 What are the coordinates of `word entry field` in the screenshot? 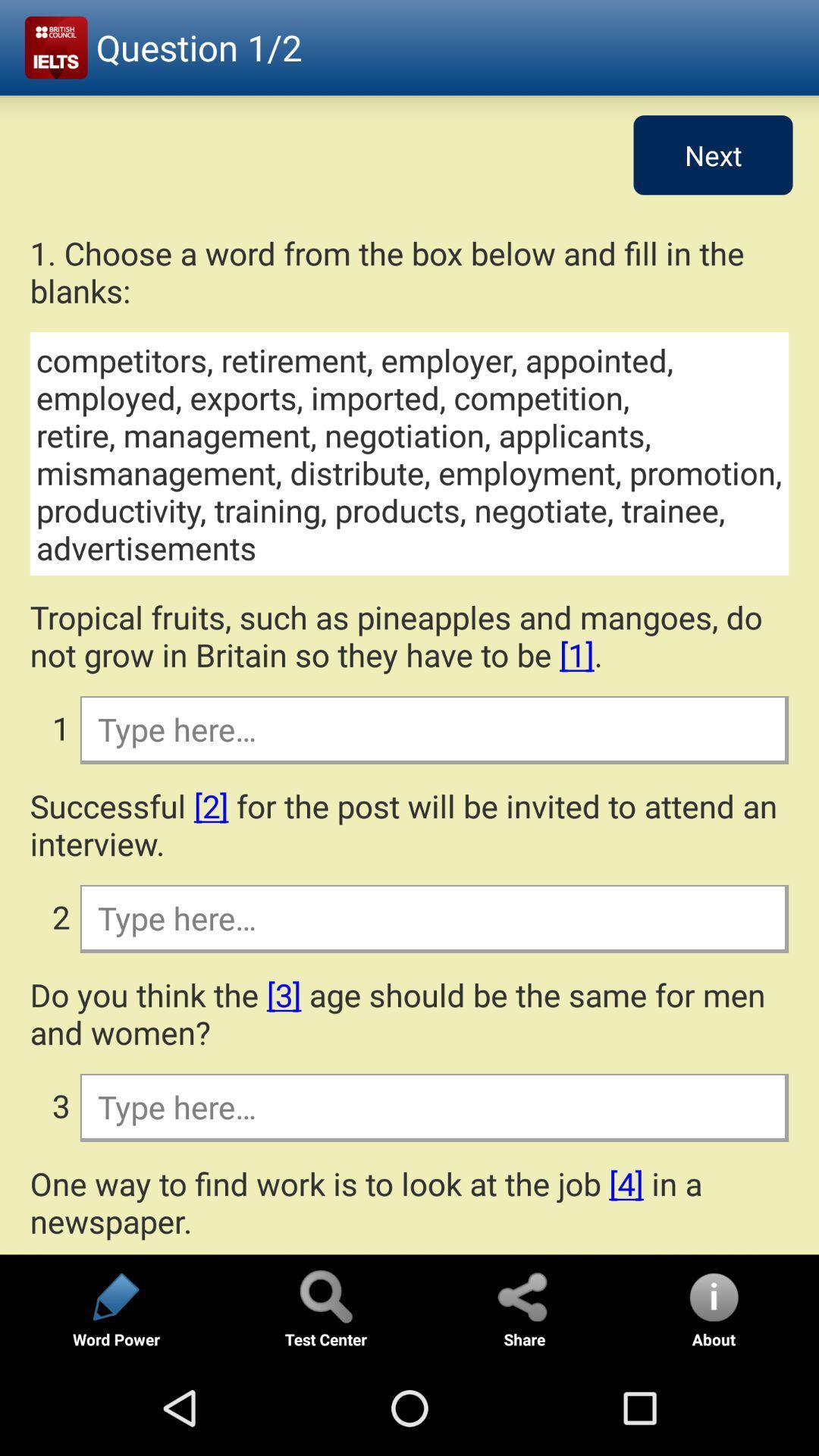 It's located at (433, 1106).